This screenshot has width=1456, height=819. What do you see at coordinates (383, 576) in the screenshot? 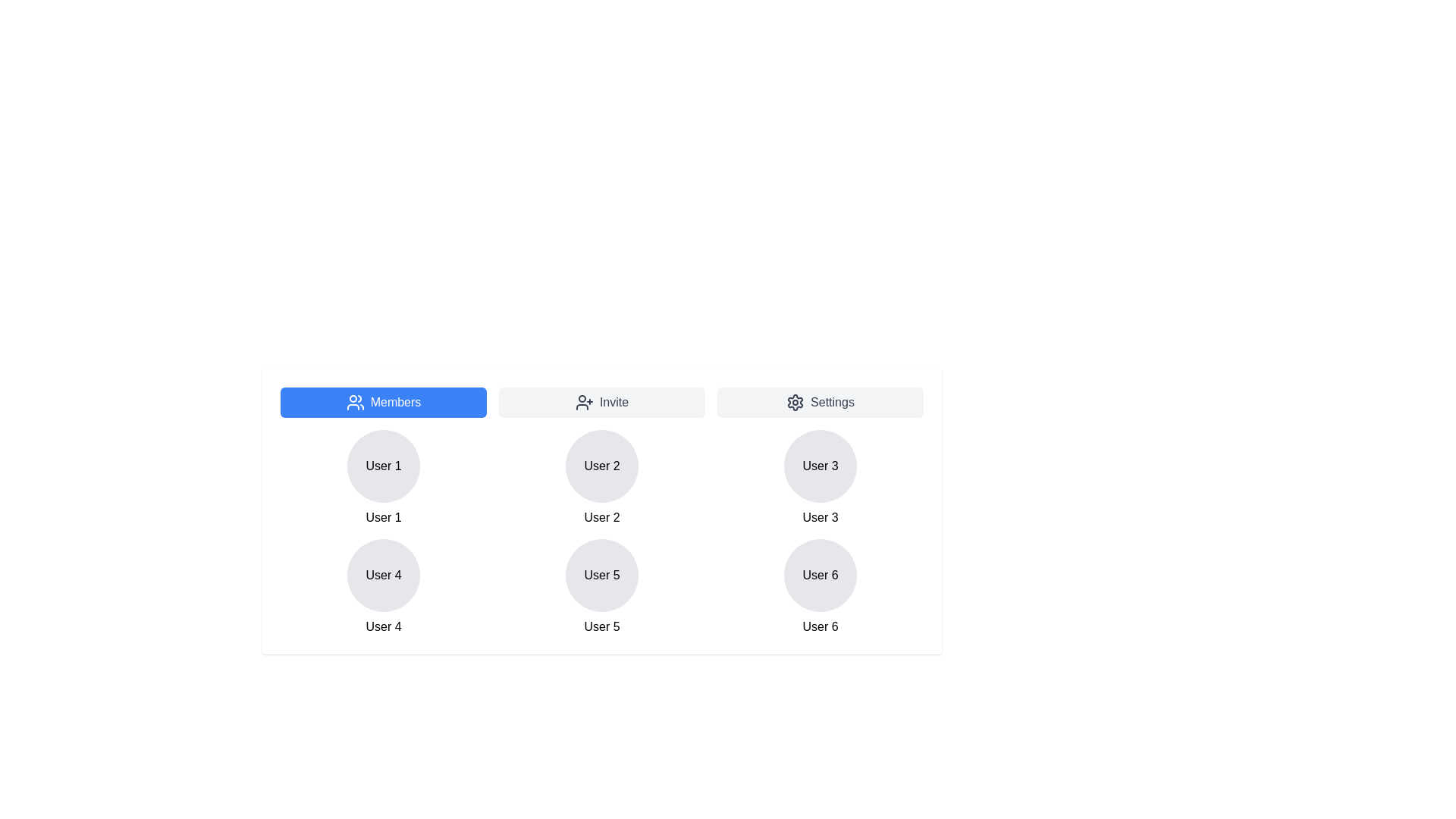
I see `the Profile icon or avatar representing 'User 4'` at bounding box center [383, 576].